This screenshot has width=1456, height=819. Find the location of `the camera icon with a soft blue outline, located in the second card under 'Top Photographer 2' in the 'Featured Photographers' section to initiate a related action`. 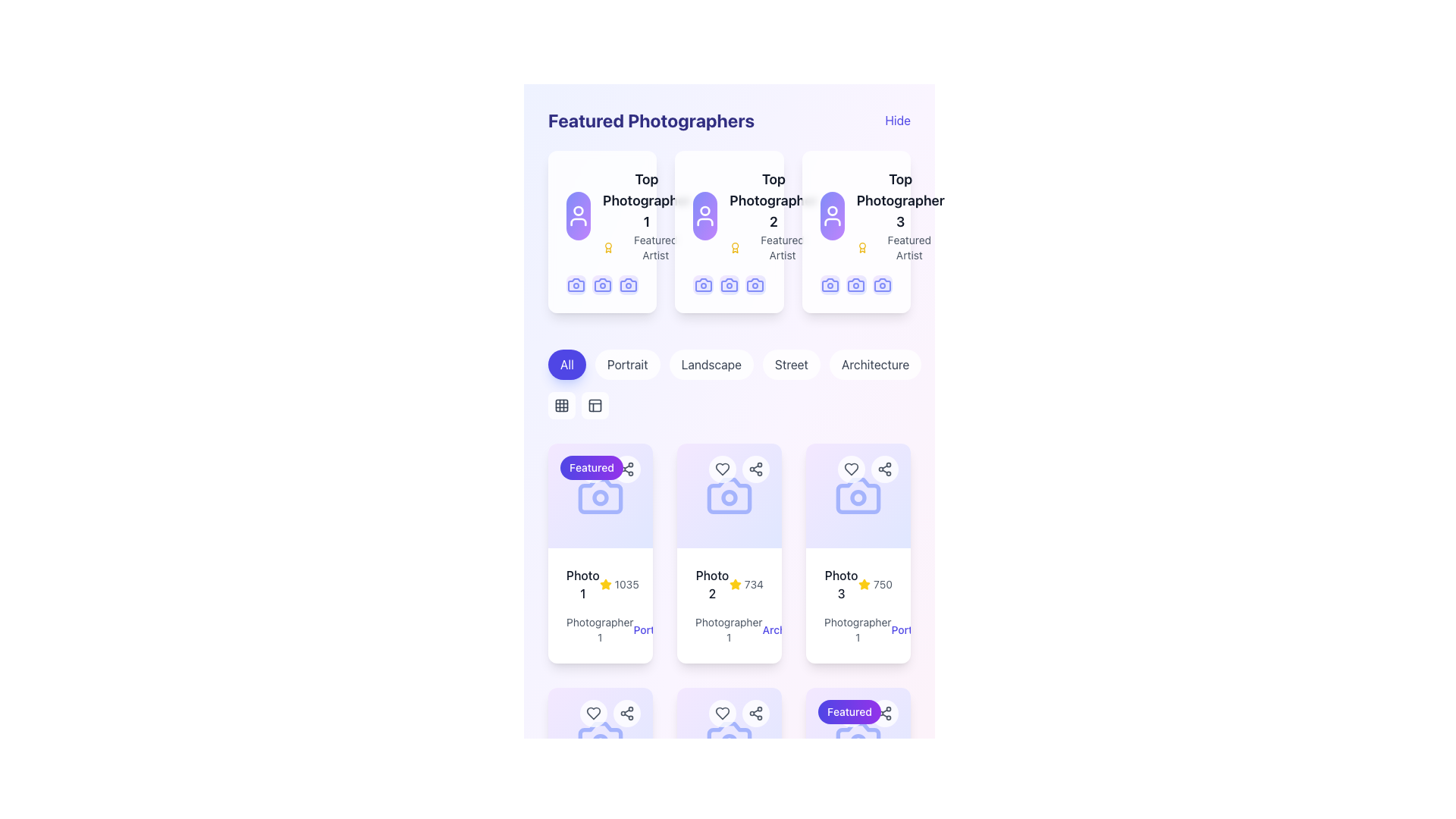

the camera icon with a soft blue outline, located in the second card under 'Top Photographer 2' in the 'Featured Photographers' section to initiate a related action is located at coordinates (755, 285).